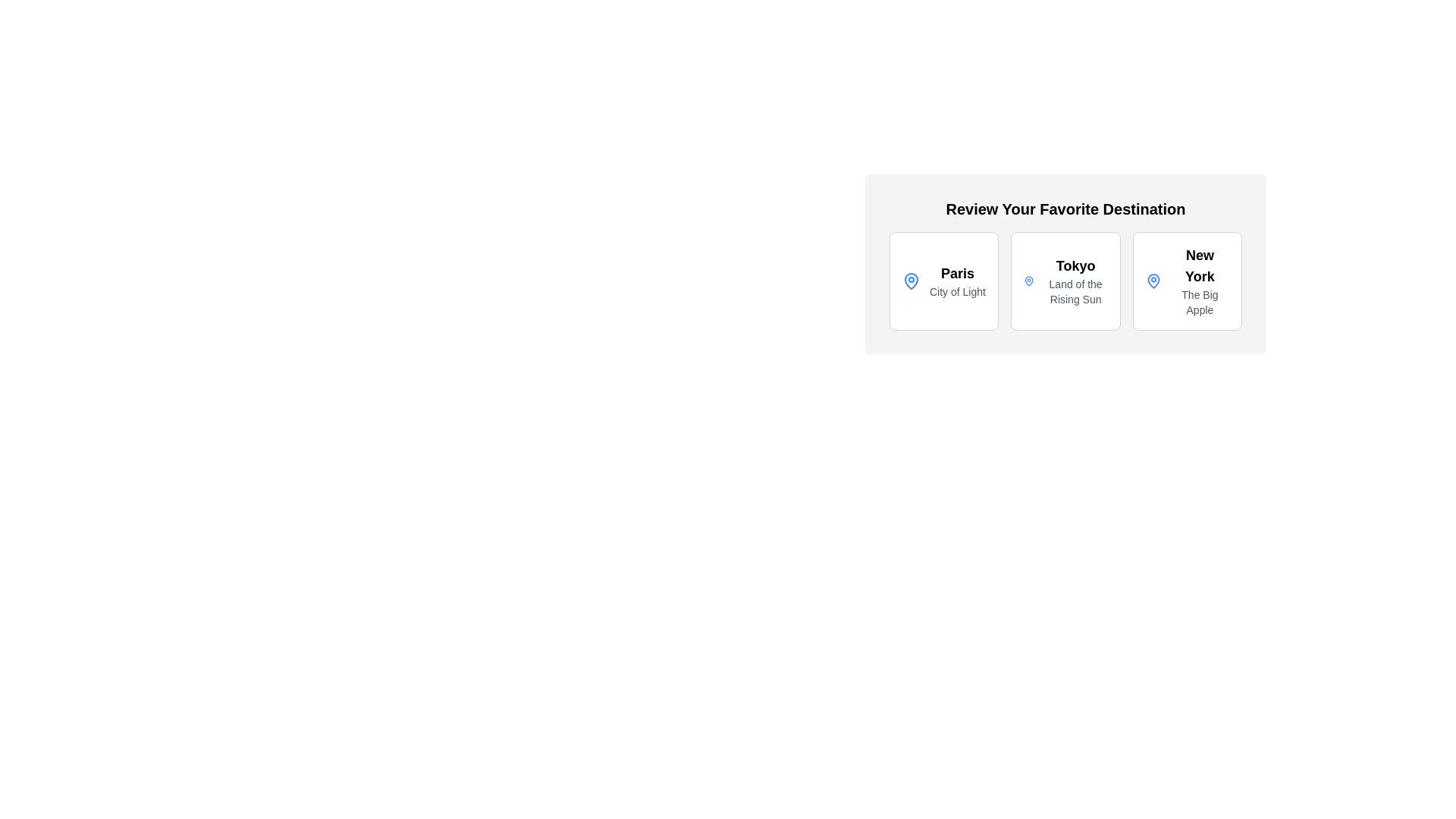 The height and width of the screenshot is (819, 1456). I want to click on the geographical icon related to the 'New York' label, which is positioned in the top-left portion of the 'New York' section, so click(1153, 281).